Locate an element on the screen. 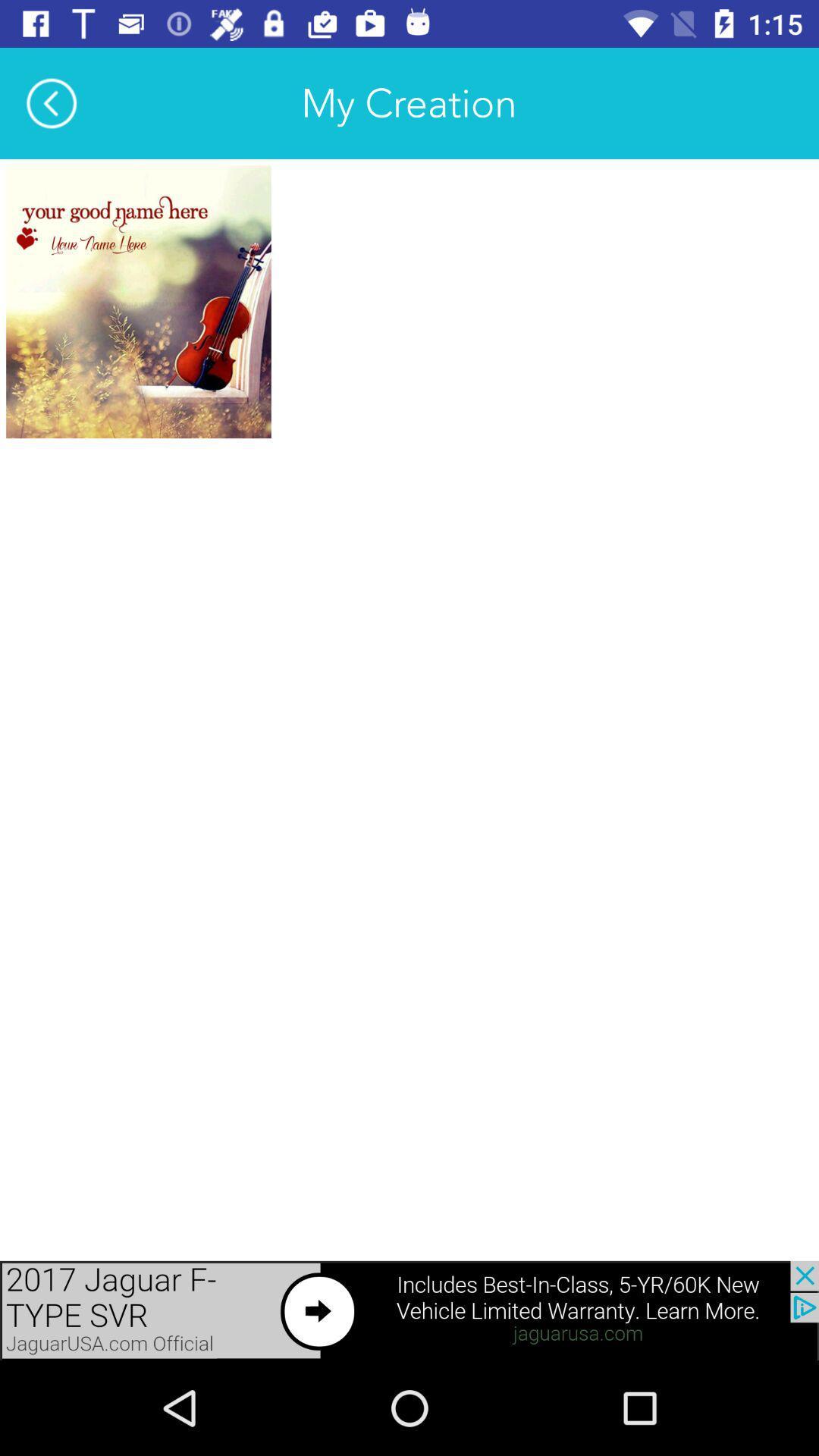 The height and width of the screenshot is (1456, 819). open this creation is located at coordinates (138, 302).